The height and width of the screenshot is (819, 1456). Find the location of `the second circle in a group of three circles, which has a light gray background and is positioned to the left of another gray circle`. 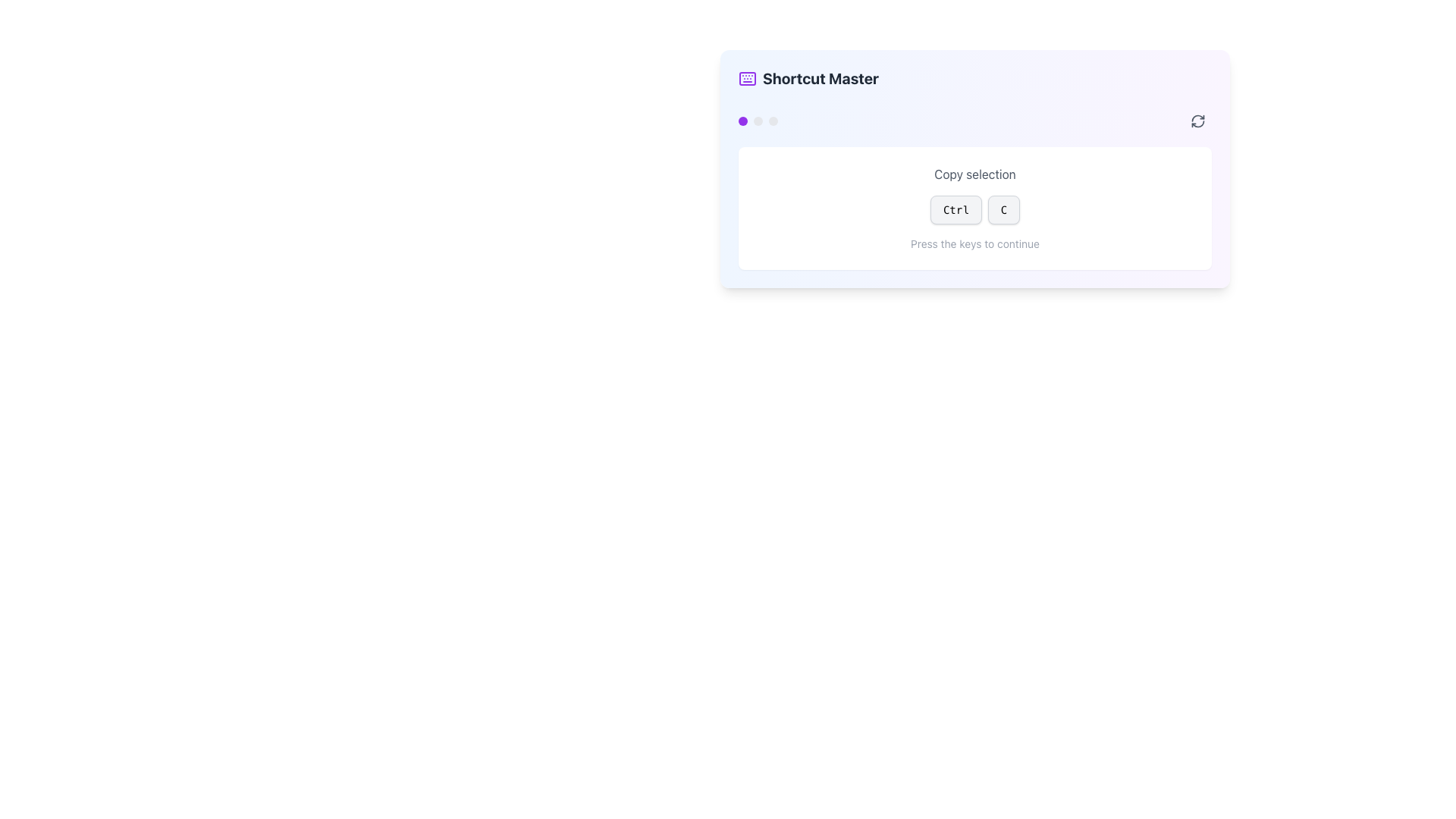

the second circle in a group of three circles, which has a light gray background and is positioned to the left of another gray circle is located at coordinates (758, 120).